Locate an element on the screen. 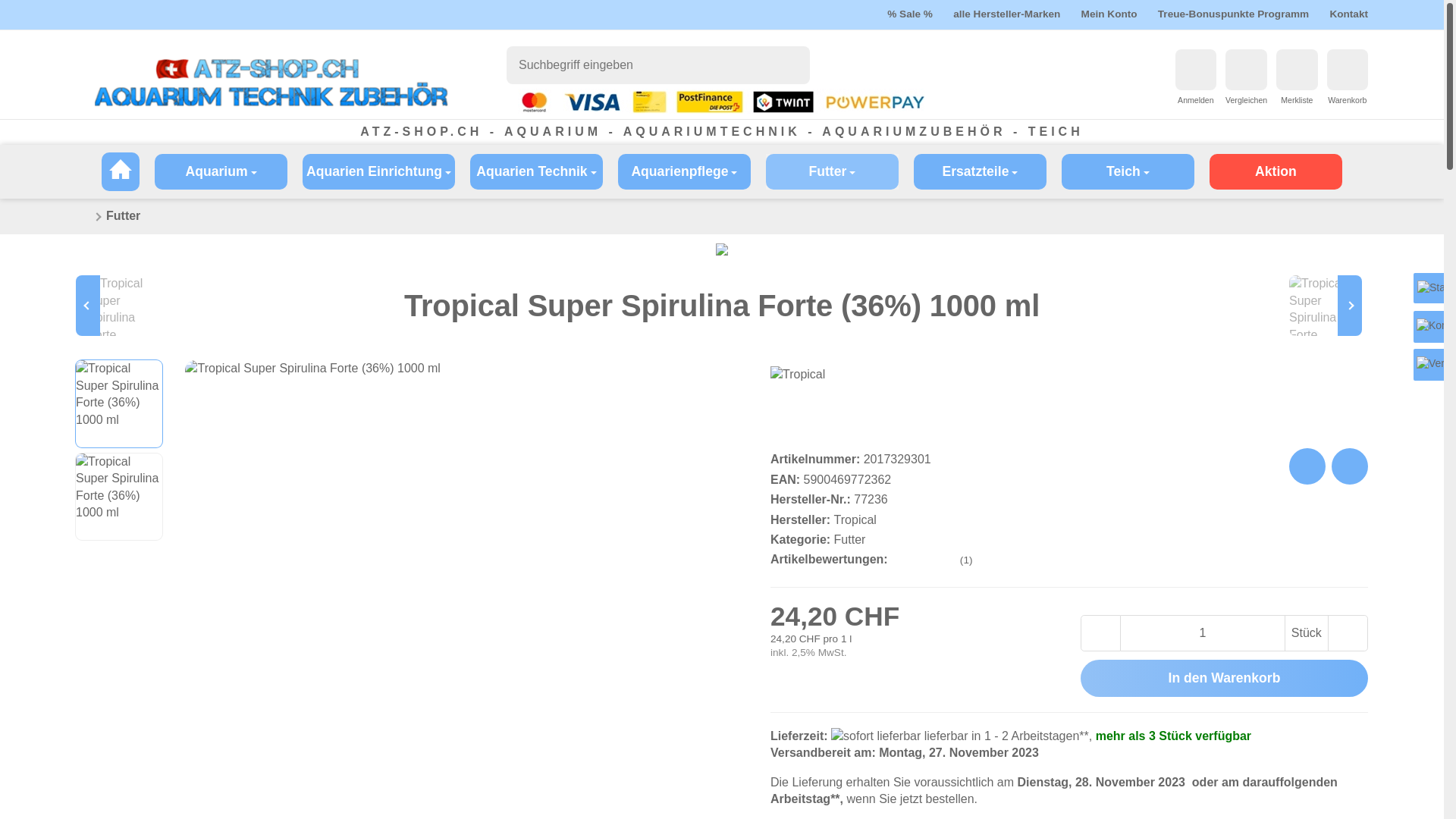 This screenshot has width=1456, height=819. 'Tropical Super Spirulina Forte (36%) 5 Liter' is located at coordinates (1321, 305).